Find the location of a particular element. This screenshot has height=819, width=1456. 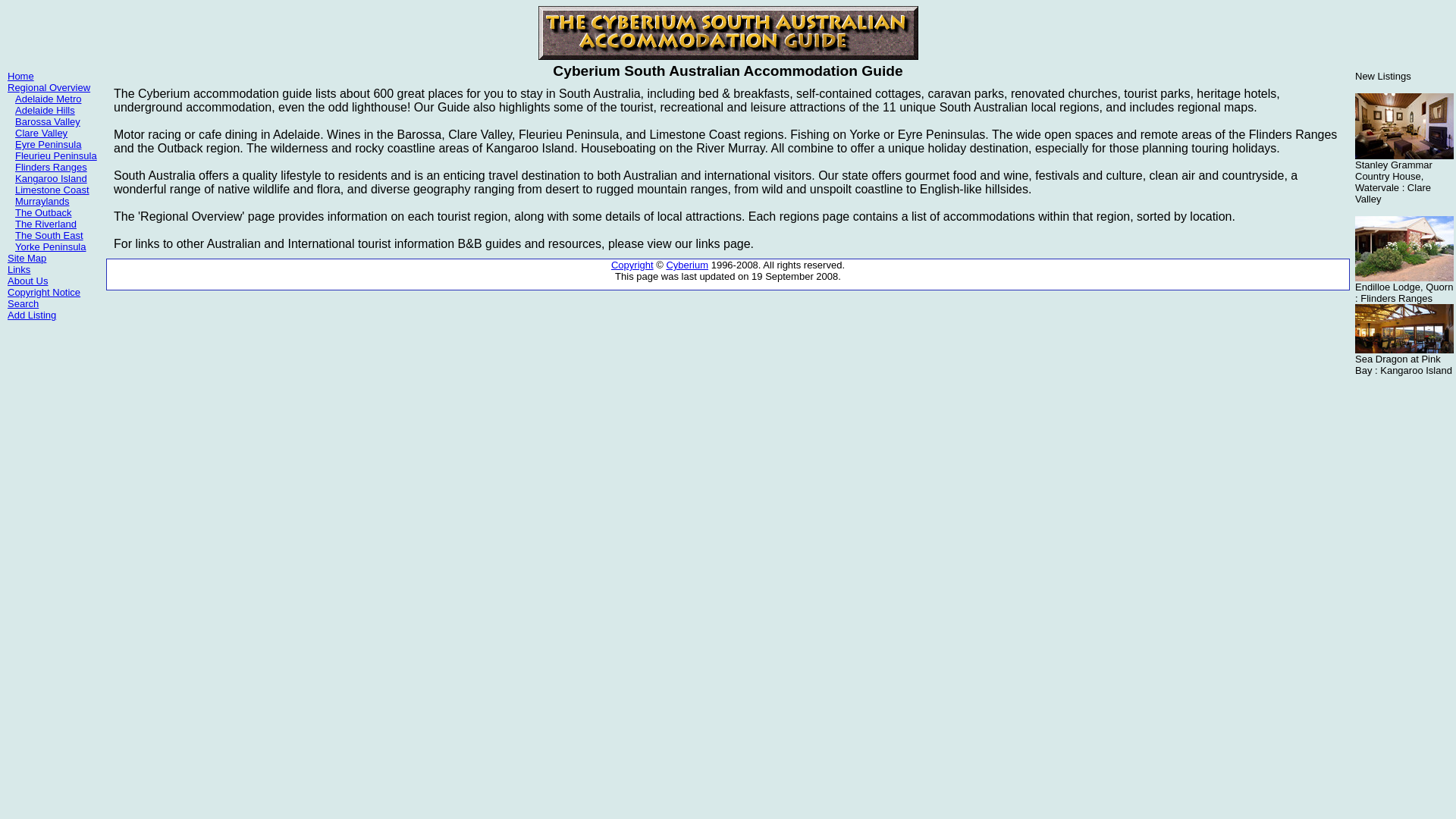

'Adelaide Metro' is located at coordinates (14, 99).